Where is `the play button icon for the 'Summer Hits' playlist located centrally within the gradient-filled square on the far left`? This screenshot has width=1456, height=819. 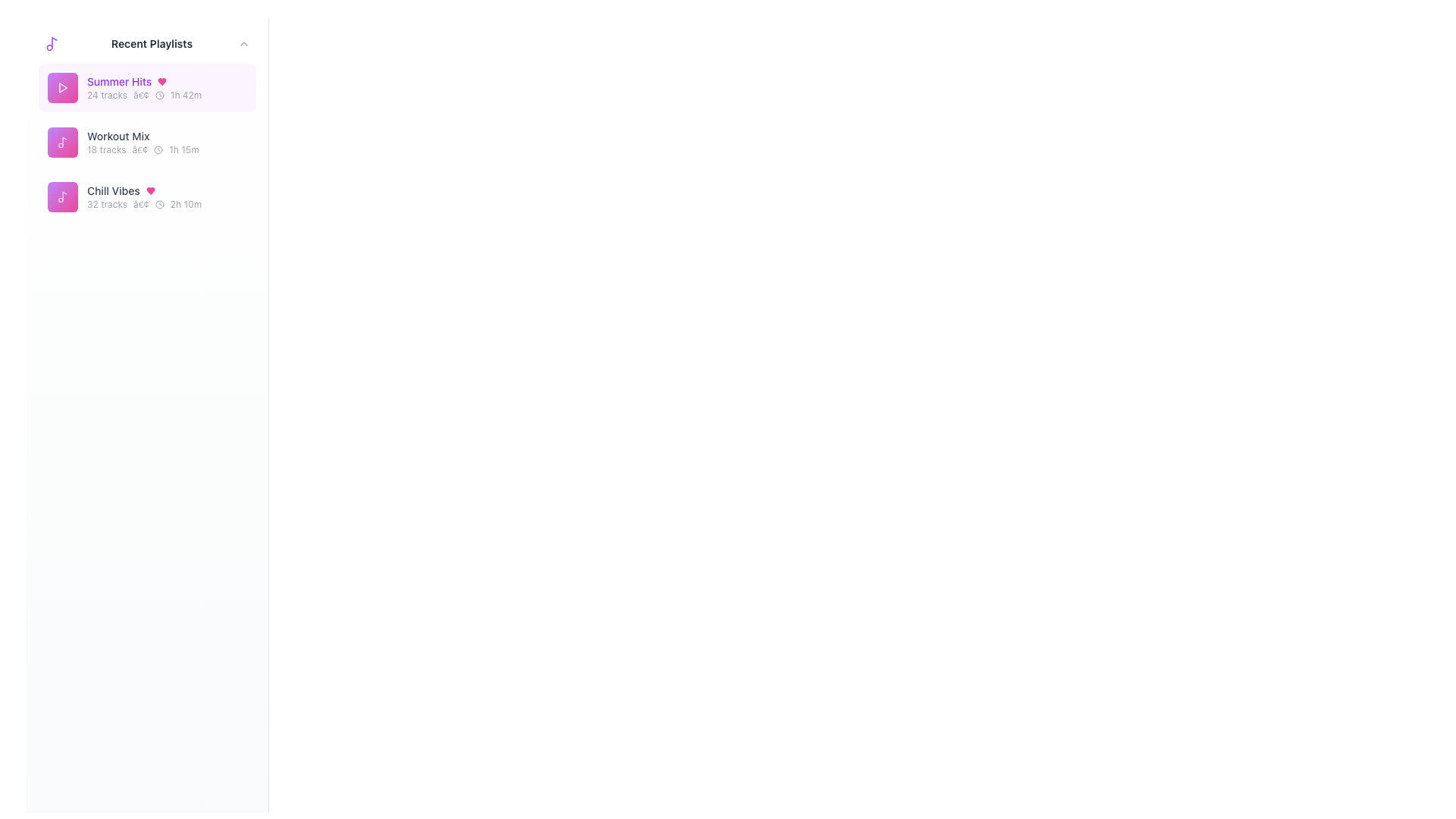 the play button icon for the 'Summer Hits' playlist located centrally within the gradient-filled square on the far left is located at coordinates (61, 87).